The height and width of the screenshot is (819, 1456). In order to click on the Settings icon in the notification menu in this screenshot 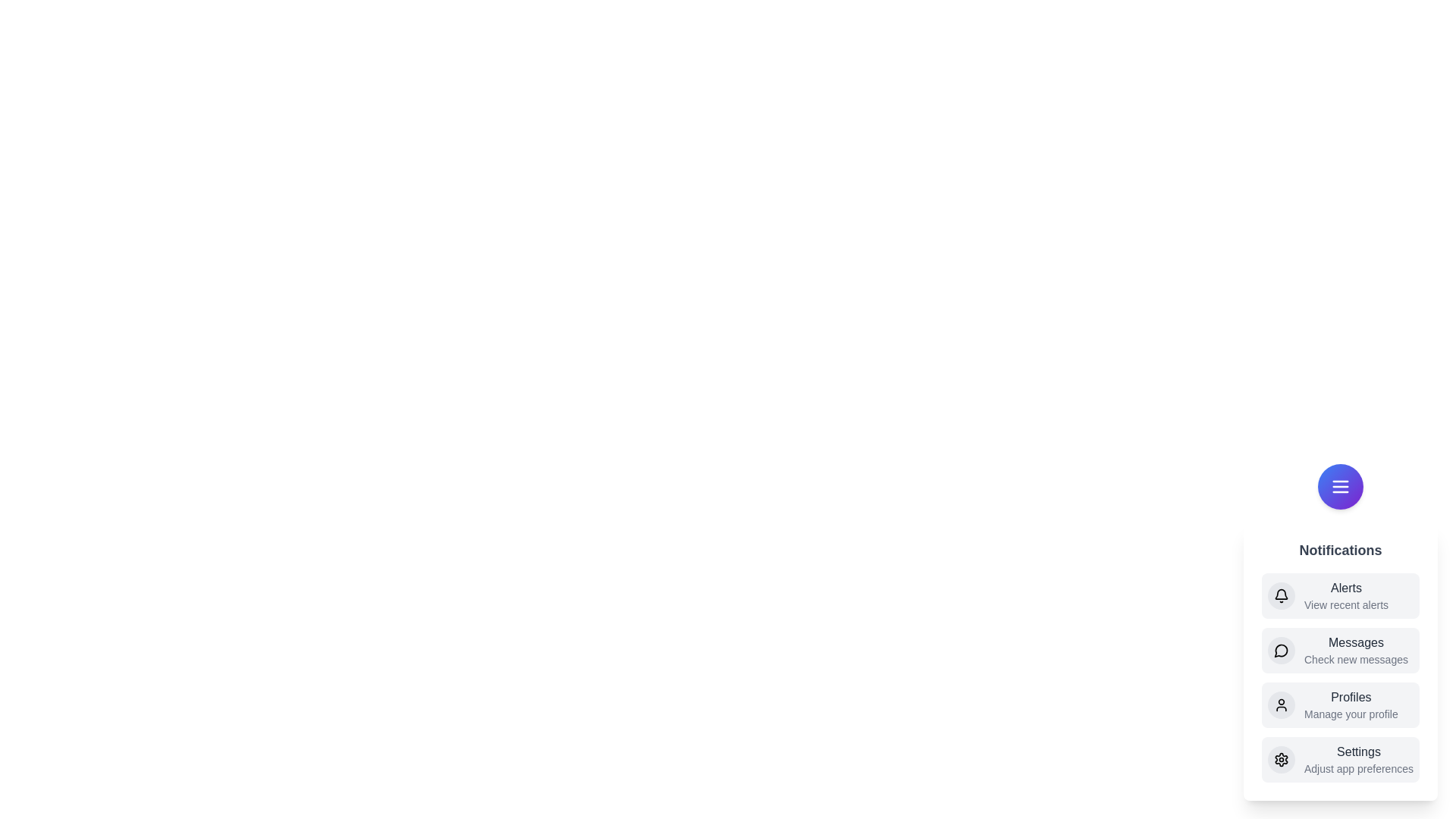, I will do `click(1280, 760)`.